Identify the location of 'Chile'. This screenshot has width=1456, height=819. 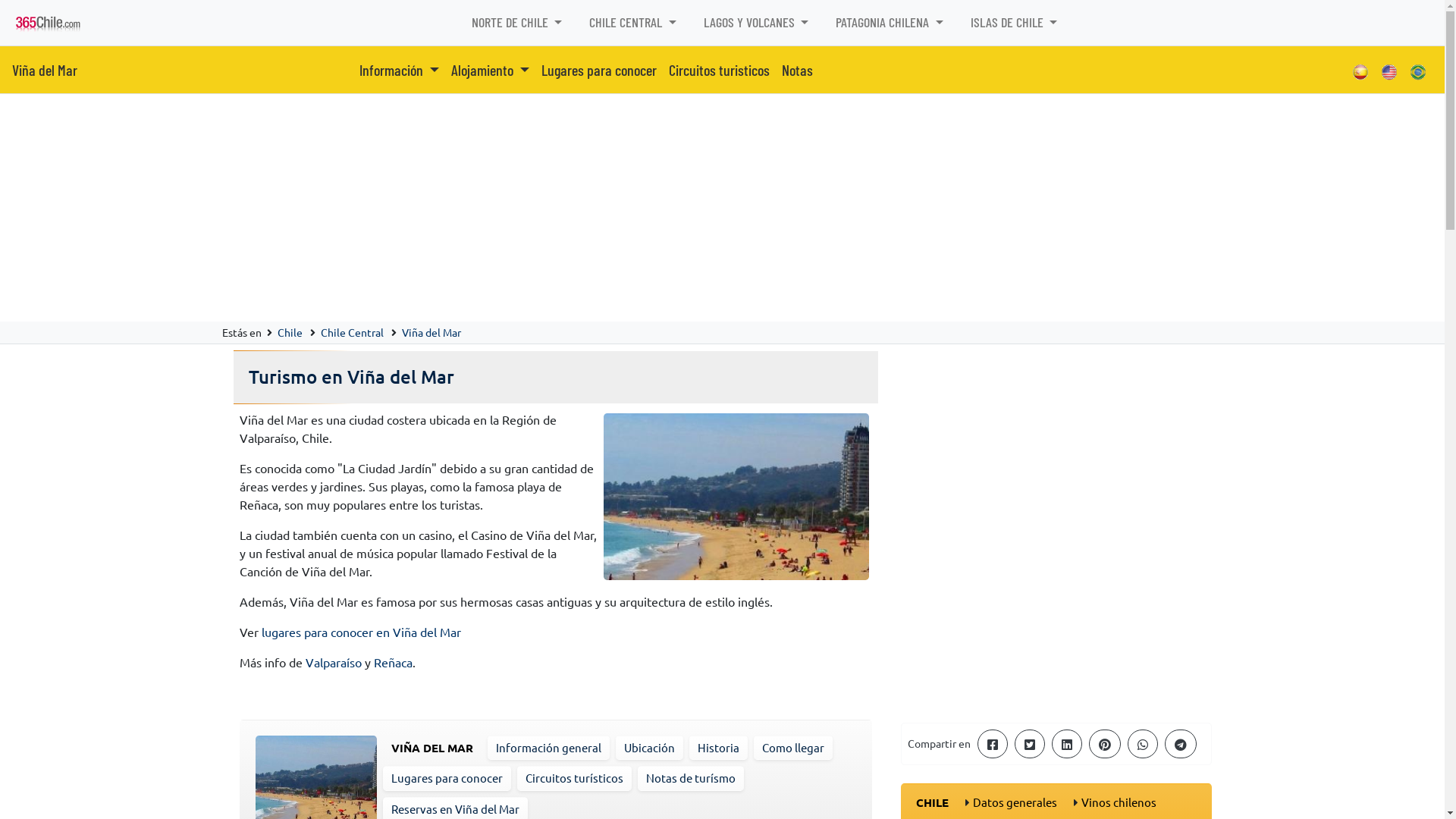
(290, 331).